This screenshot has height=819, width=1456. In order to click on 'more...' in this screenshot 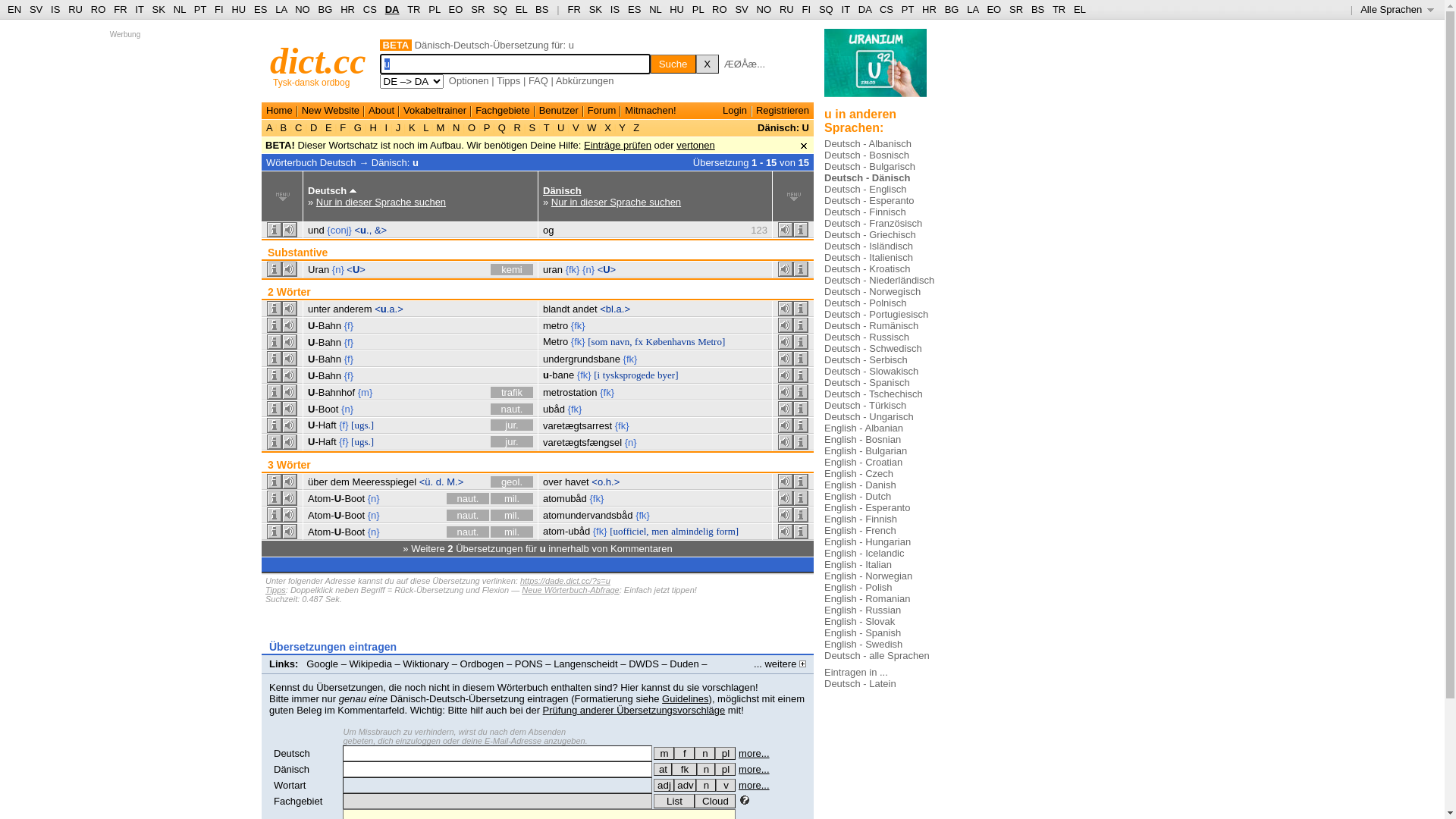, I will do `click(739, 785)`.